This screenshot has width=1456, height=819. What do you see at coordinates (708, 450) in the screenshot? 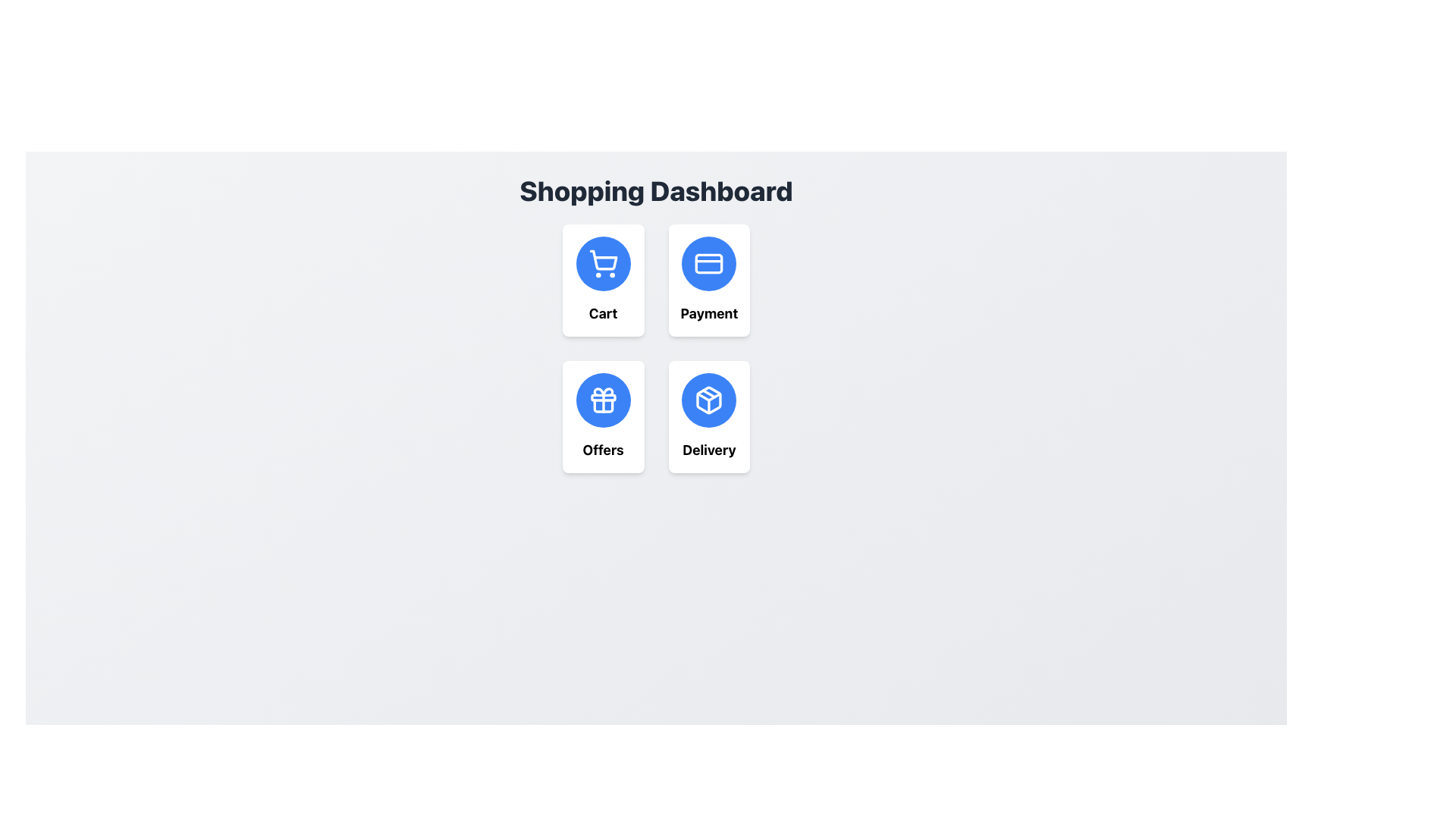
I see `the 'Delivery' text label, which is bold and positioned below a blue circular icon with a package illustration in the bottom-right card of a grid arrangement` at bounding box center [708, 450].